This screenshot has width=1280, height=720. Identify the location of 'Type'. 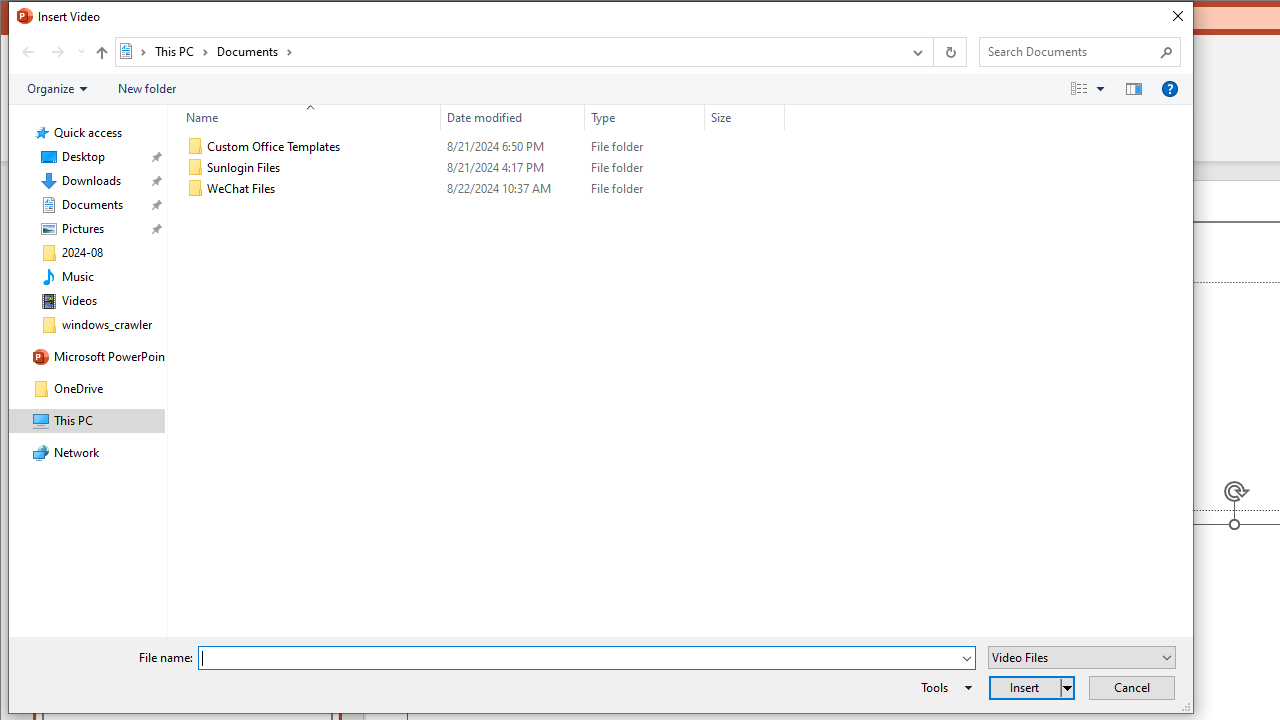
(645, 117).